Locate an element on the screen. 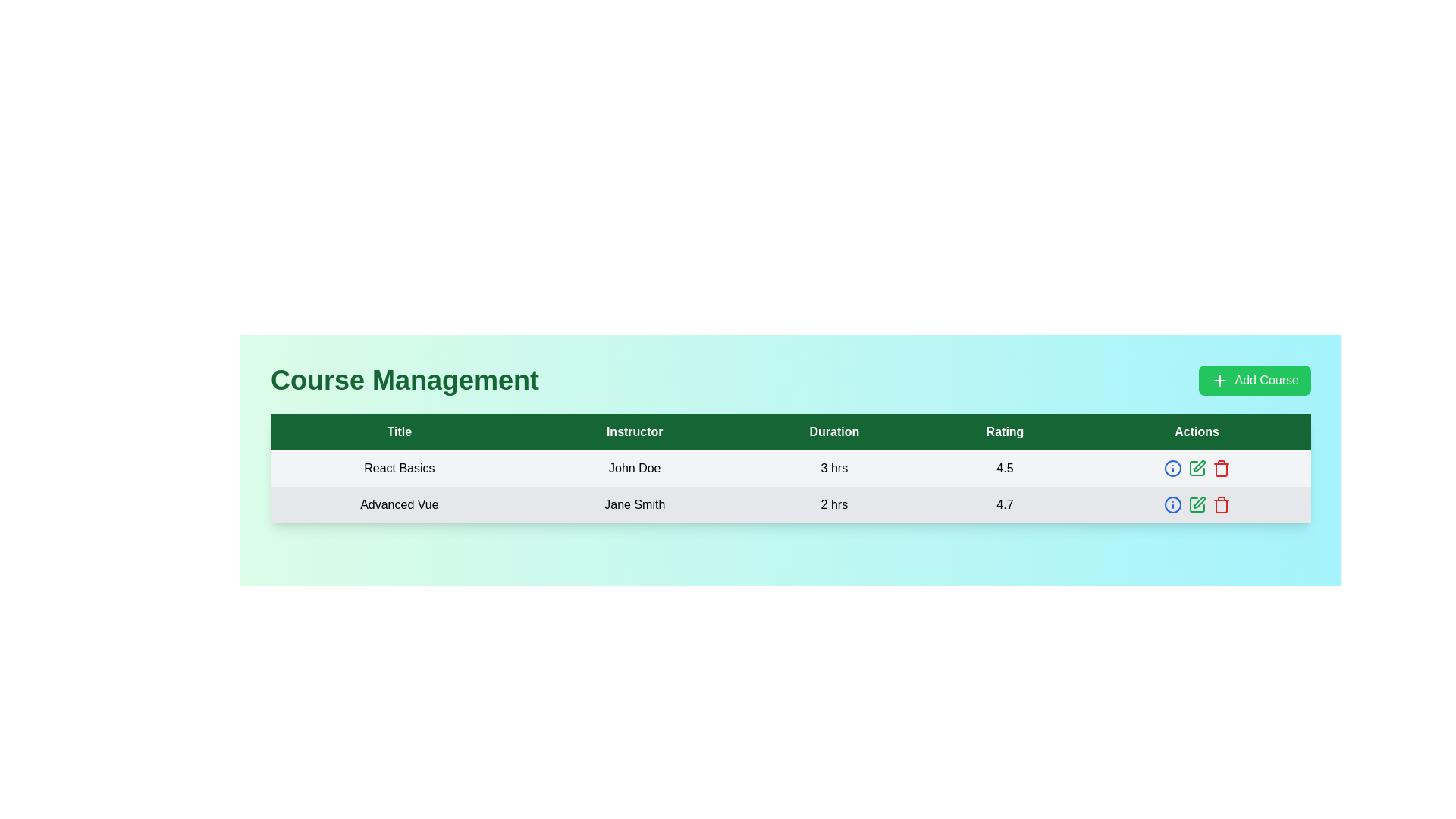 The height and width of the screenshot is (819, 1456). the circular SVG icon in the 'Actions' column of the second row for the 'Advanced Vue' course is located at coordinates (1172, 505).